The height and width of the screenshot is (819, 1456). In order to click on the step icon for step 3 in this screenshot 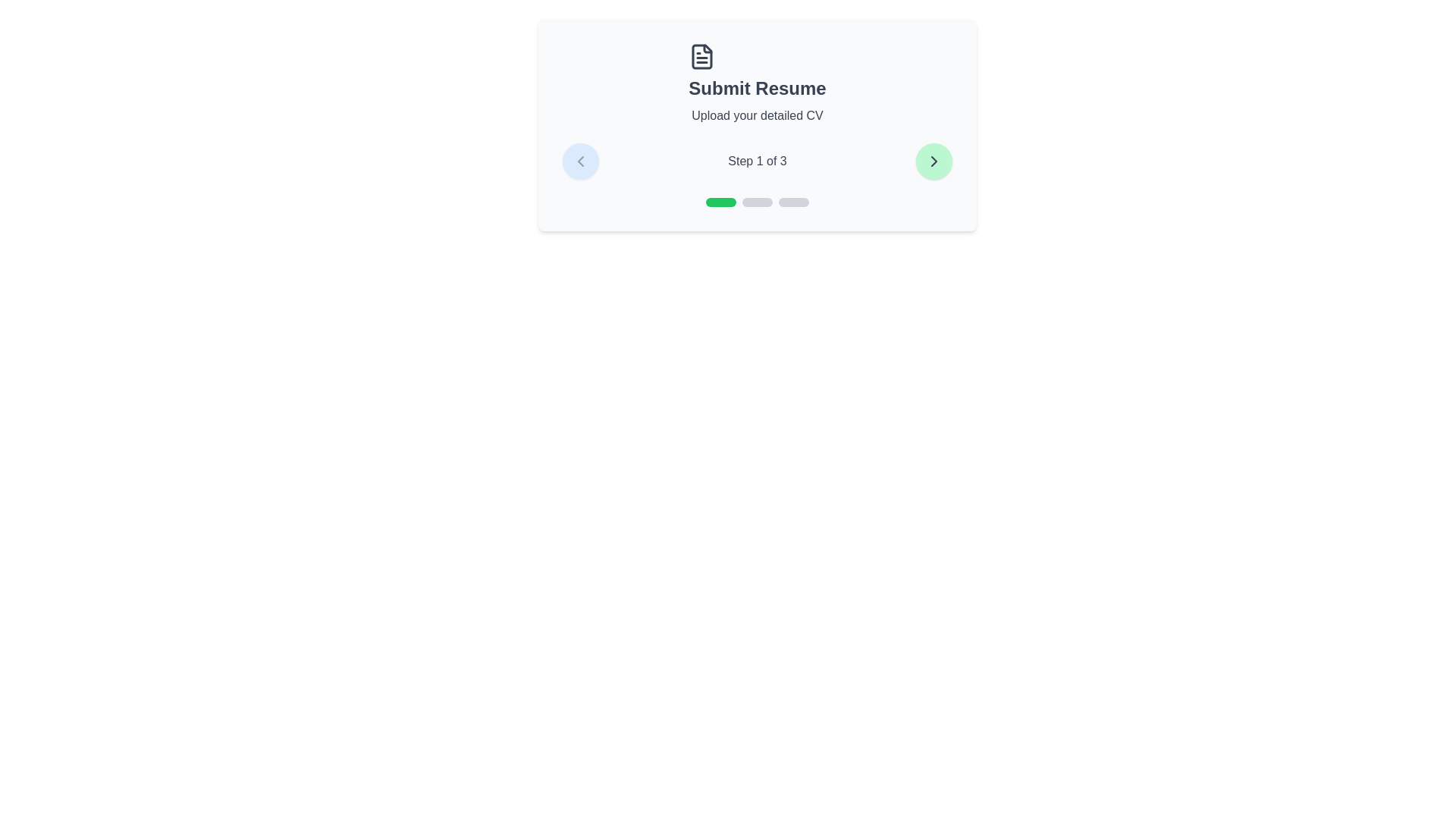, I will do `click(792, 201)`.